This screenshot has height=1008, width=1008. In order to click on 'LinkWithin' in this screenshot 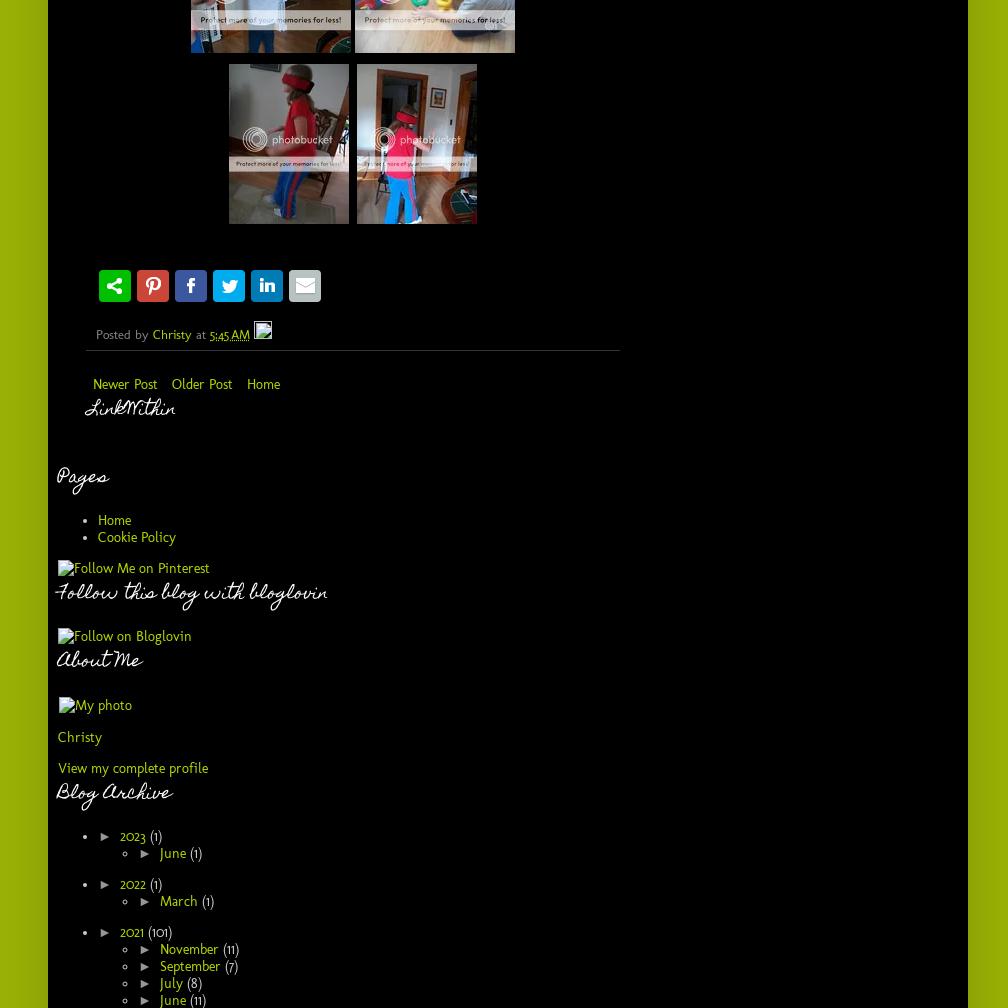, I will do `click(87, 409)`.